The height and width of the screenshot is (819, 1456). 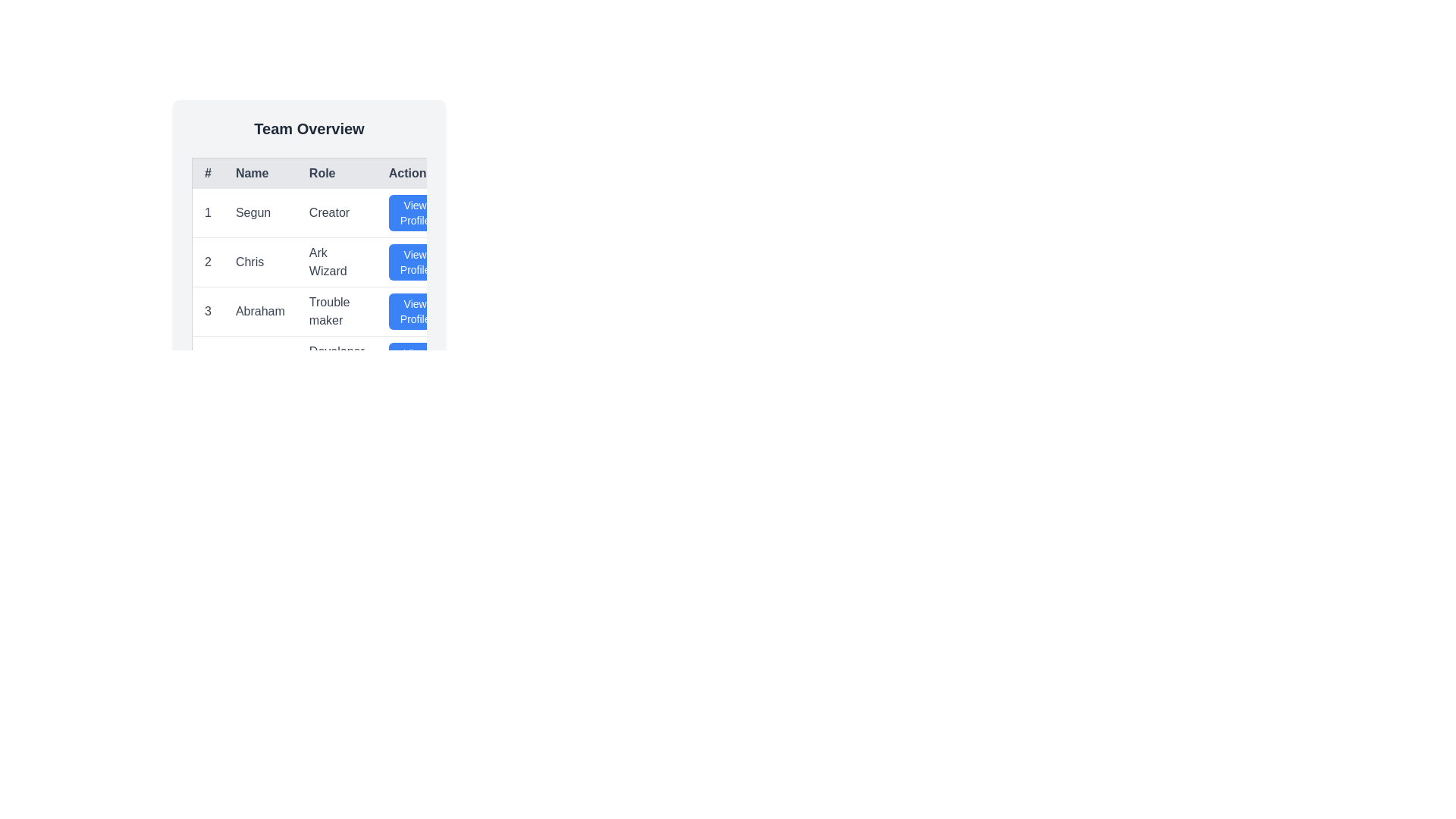 I want to click on the 'Creator' text label located in the 'Role' column of the table, which is positioned between 'Segun' and 'View Profile', so click(x=336, y=213).